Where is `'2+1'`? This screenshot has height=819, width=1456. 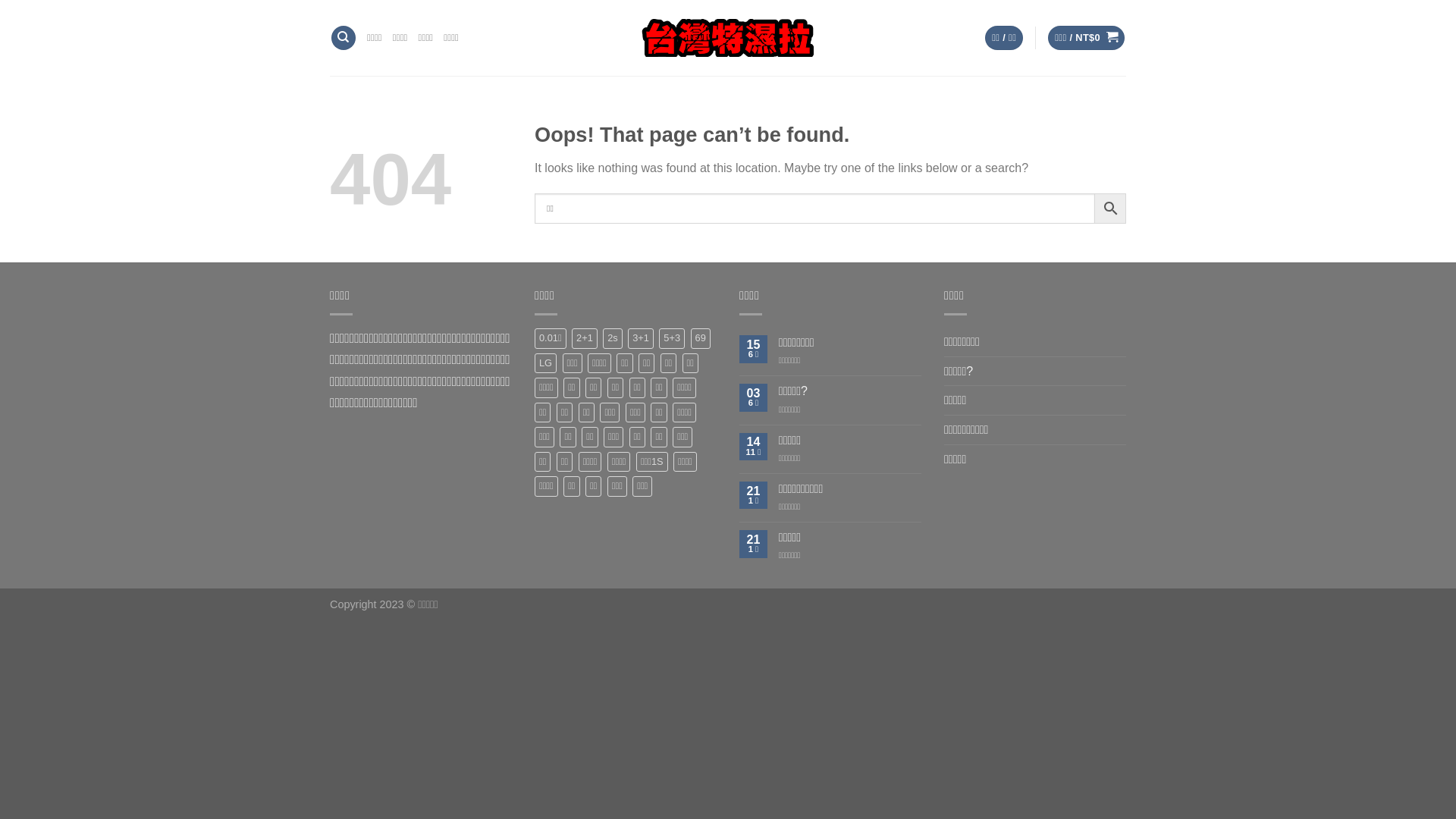
'2+1' is located at coordinates (584, 337).